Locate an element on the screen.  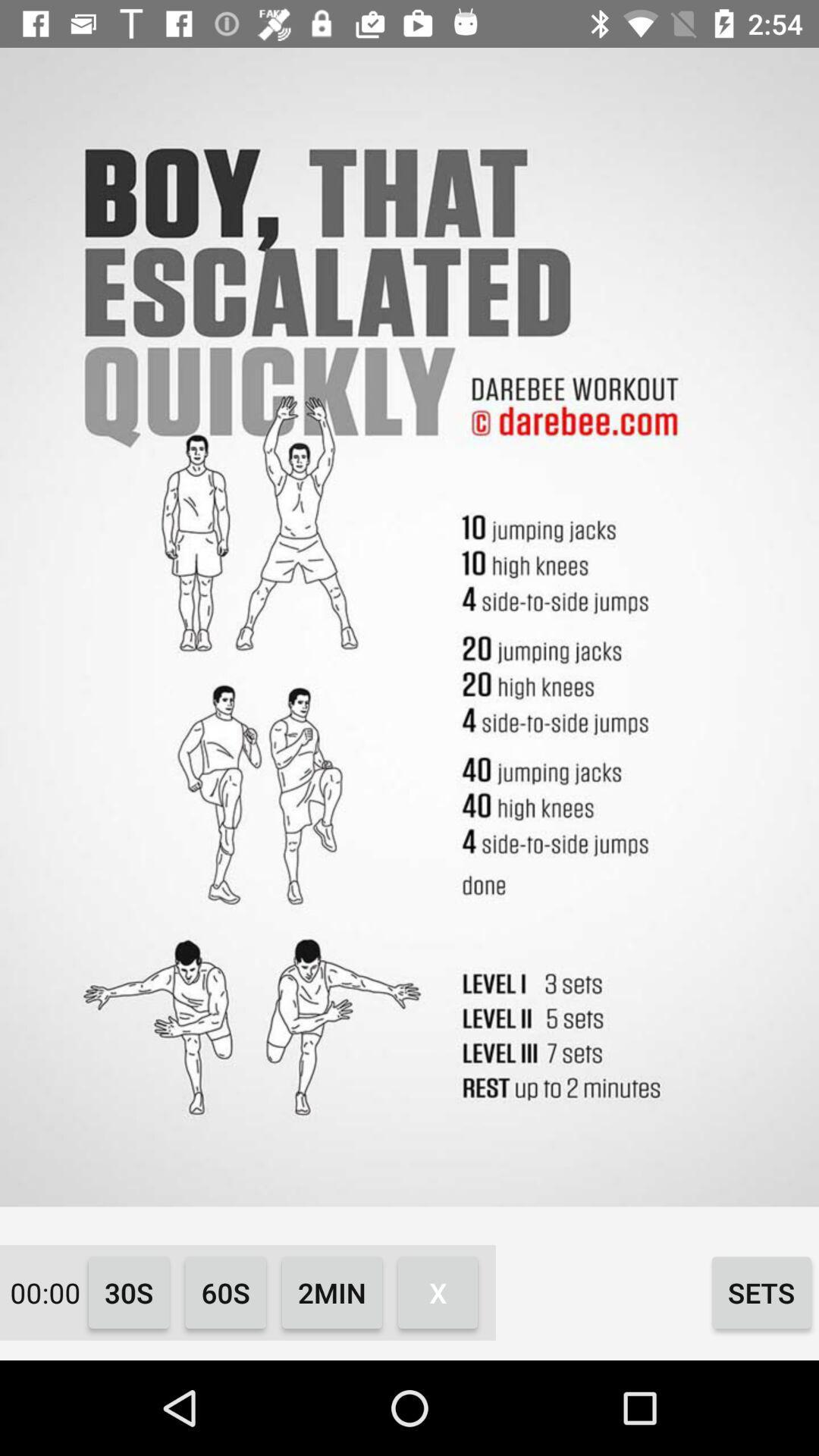
icon next to x item is located at coordinates (761, 1291).